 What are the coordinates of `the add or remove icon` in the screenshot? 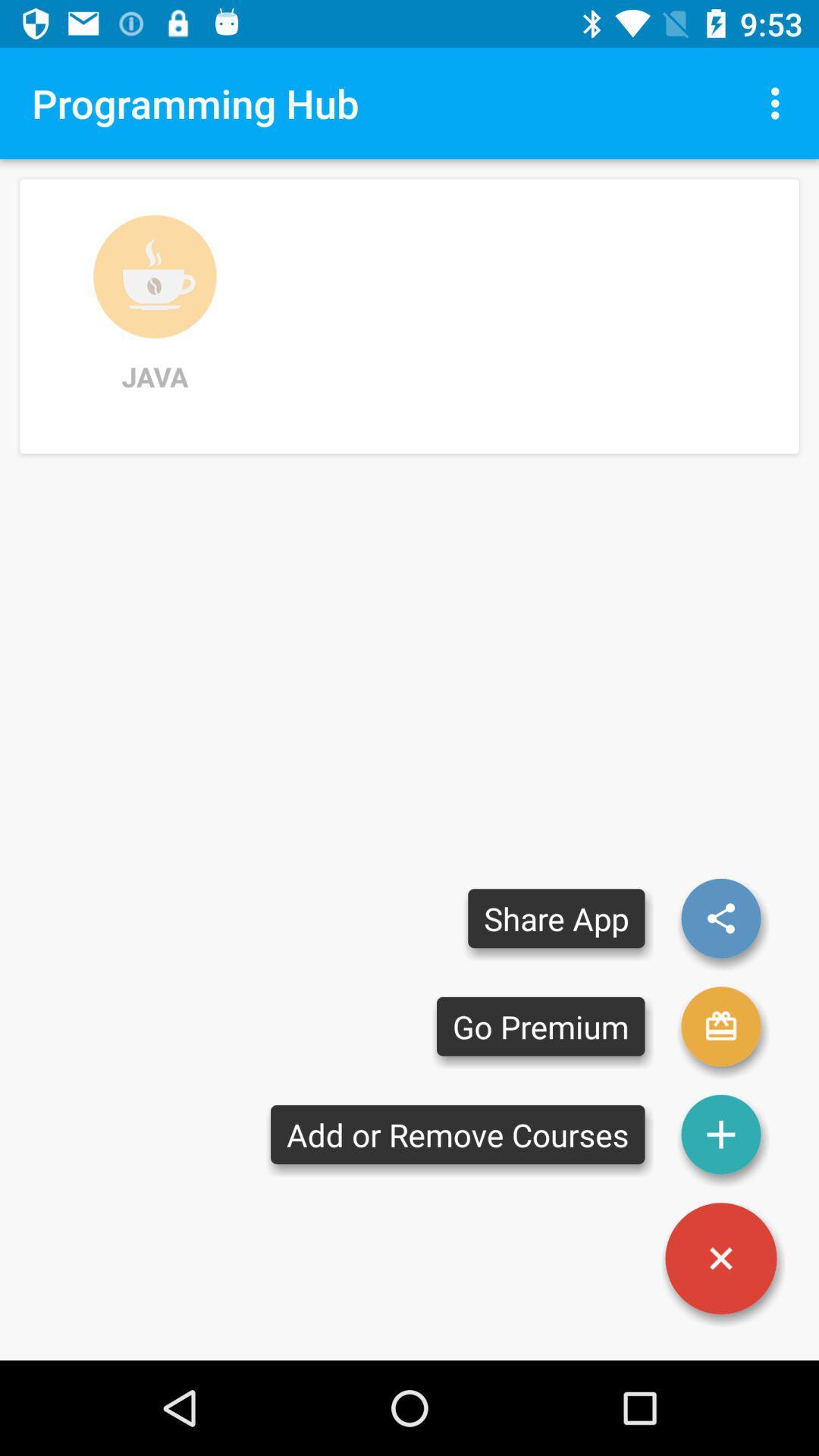 It's located at (457, 1134).